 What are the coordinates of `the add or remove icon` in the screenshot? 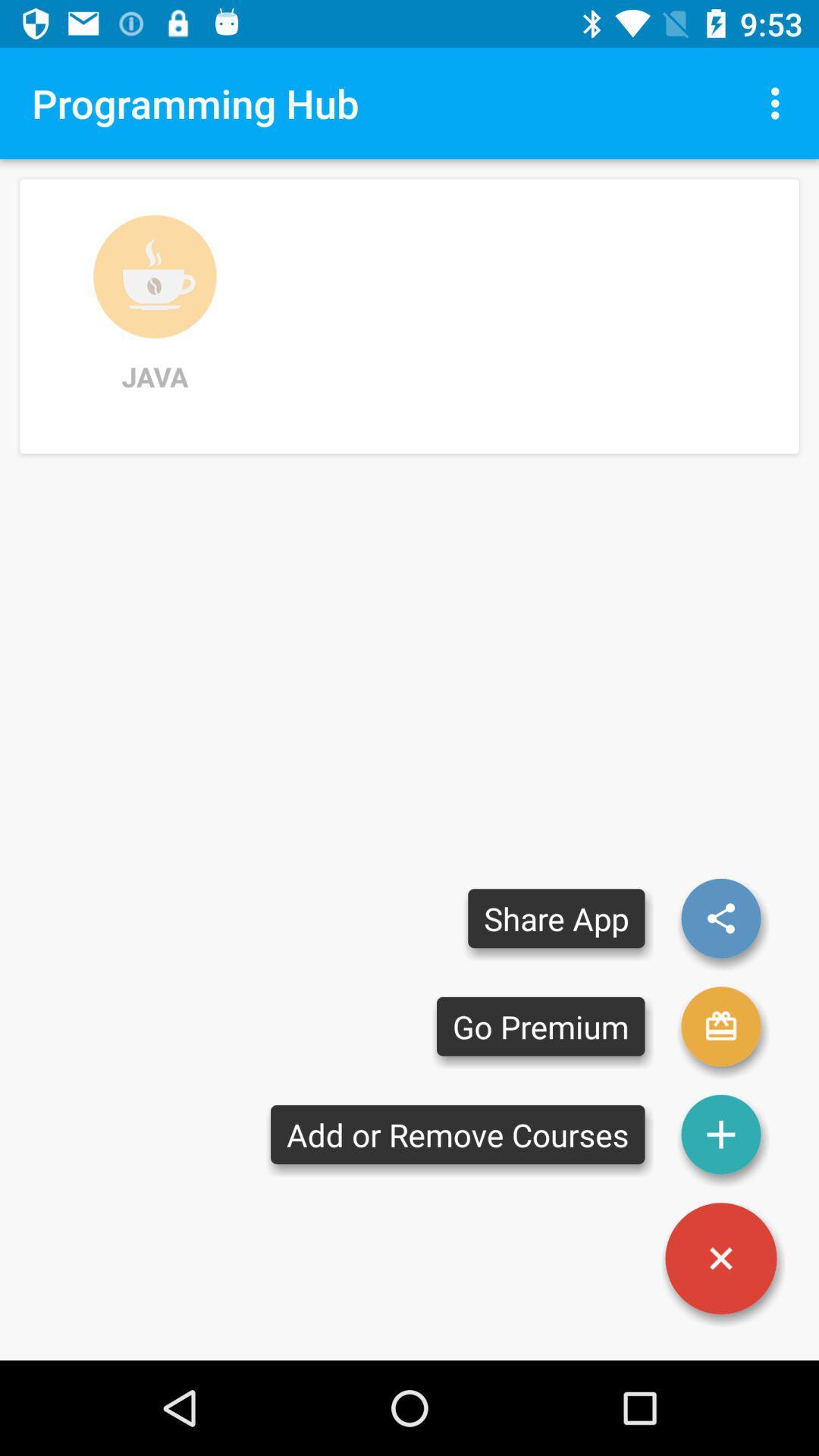 It's located at (457, 1134).